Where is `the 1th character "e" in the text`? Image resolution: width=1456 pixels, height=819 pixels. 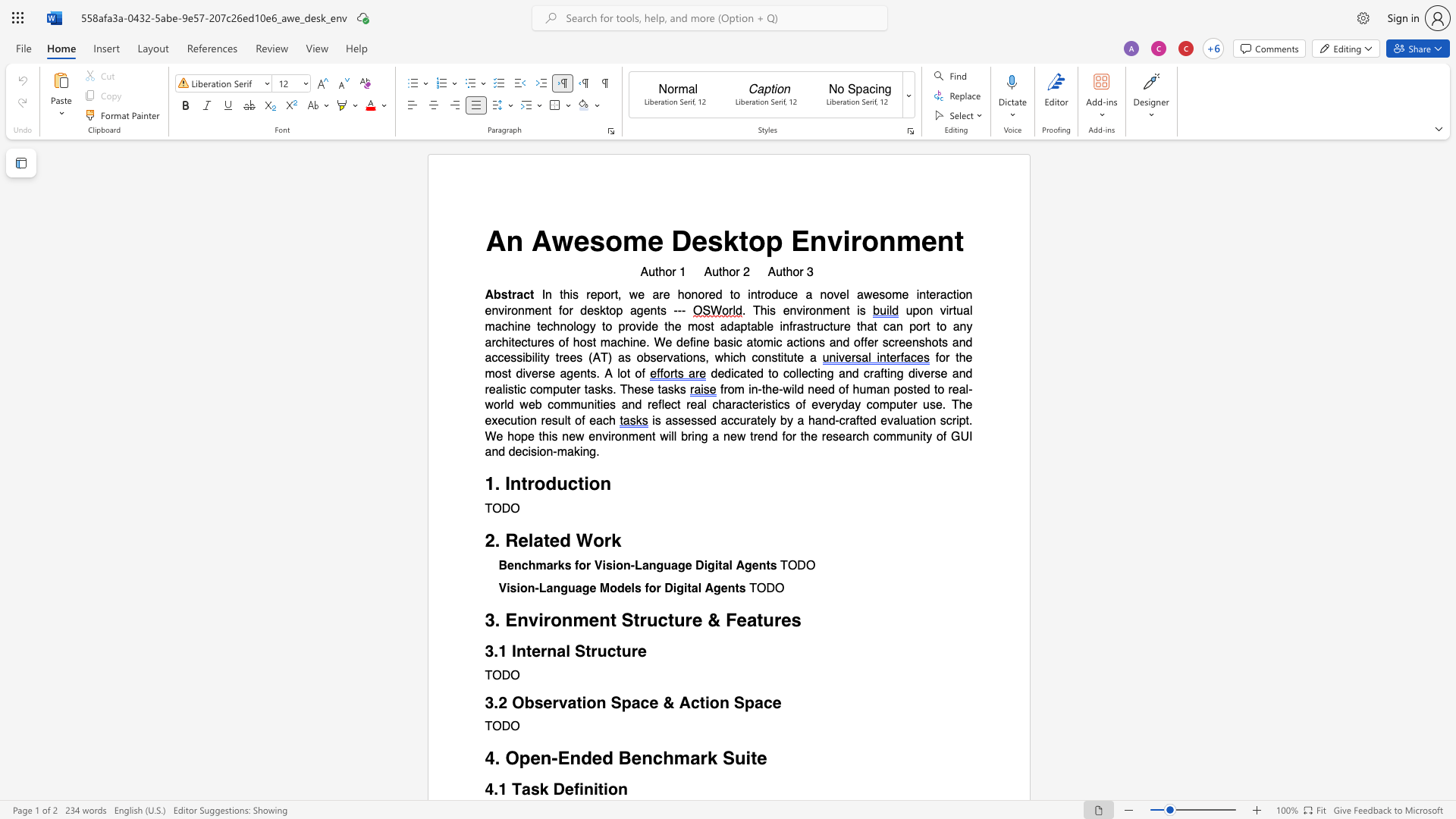 the 1th character "e" in the text is located at coordinates (686, 421).